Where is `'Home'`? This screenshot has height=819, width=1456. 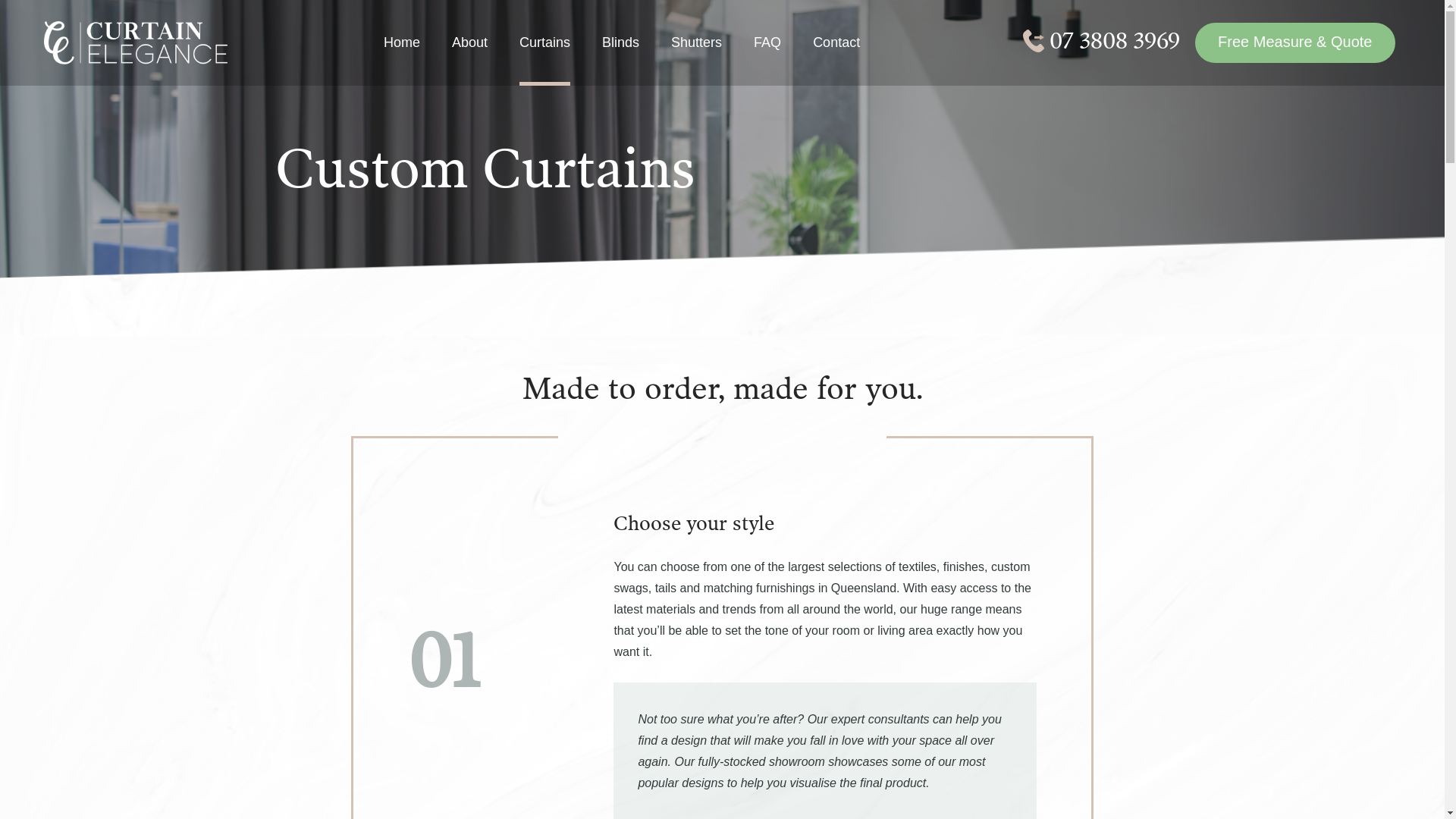 'Home' is located at coordinates (401, 58).